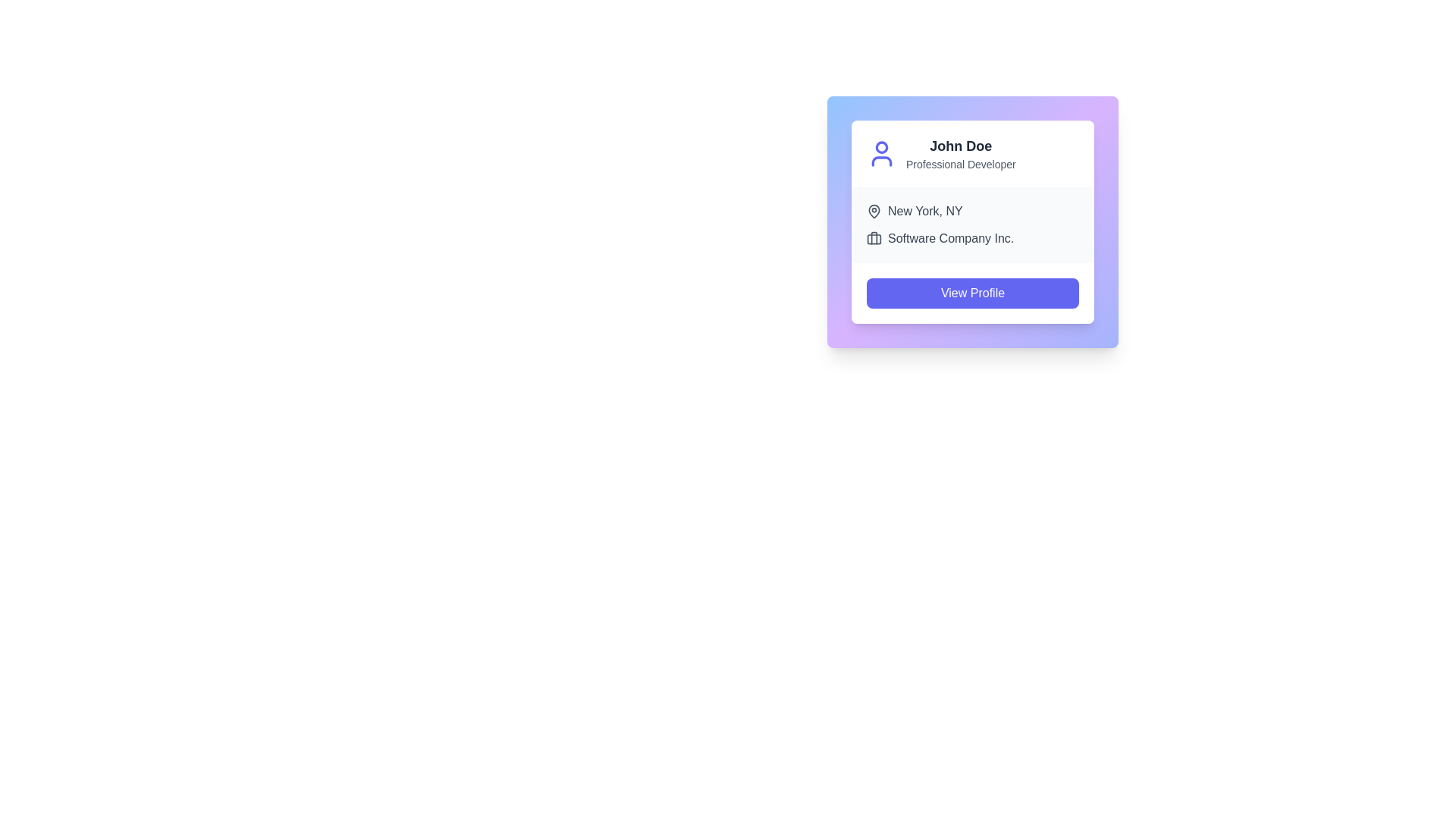 This screenshot has width=1456, height=819. Describe the element at coordinates (950, 239) in the screenshot. I see `text label that specifies the employer or workplace associated with the displayed profile, located below 'New York, NY' and above the 'View Profile' button` at that location.